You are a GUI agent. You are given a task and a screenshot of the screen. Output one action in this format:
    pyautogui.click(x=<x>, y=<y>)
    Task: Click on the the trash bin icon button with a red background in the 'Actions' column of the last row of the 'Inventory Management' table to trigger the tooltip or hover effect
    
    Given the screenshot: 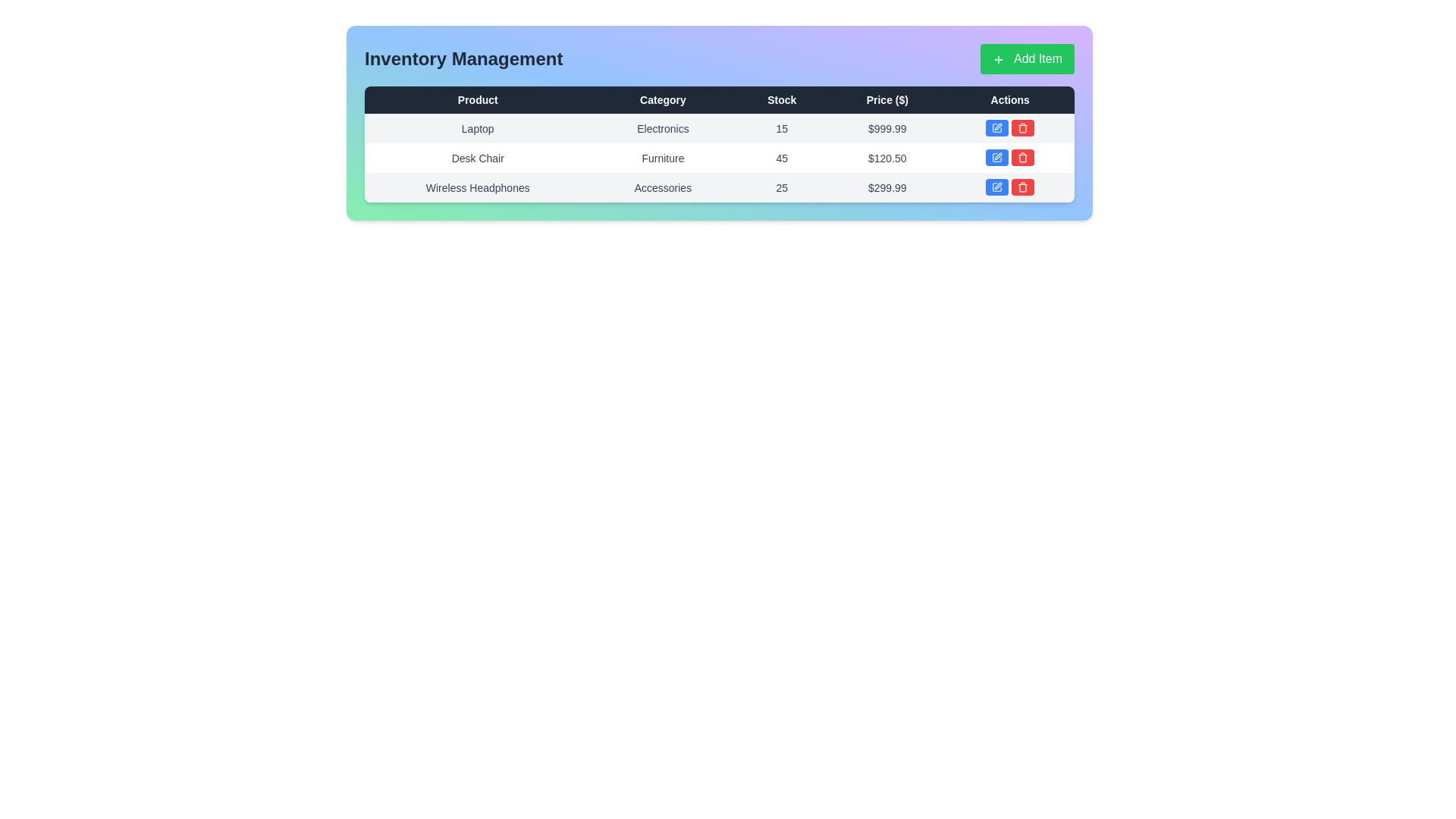 What is the action you would take?
    pyautogui.click(x=1023, y=158)
    